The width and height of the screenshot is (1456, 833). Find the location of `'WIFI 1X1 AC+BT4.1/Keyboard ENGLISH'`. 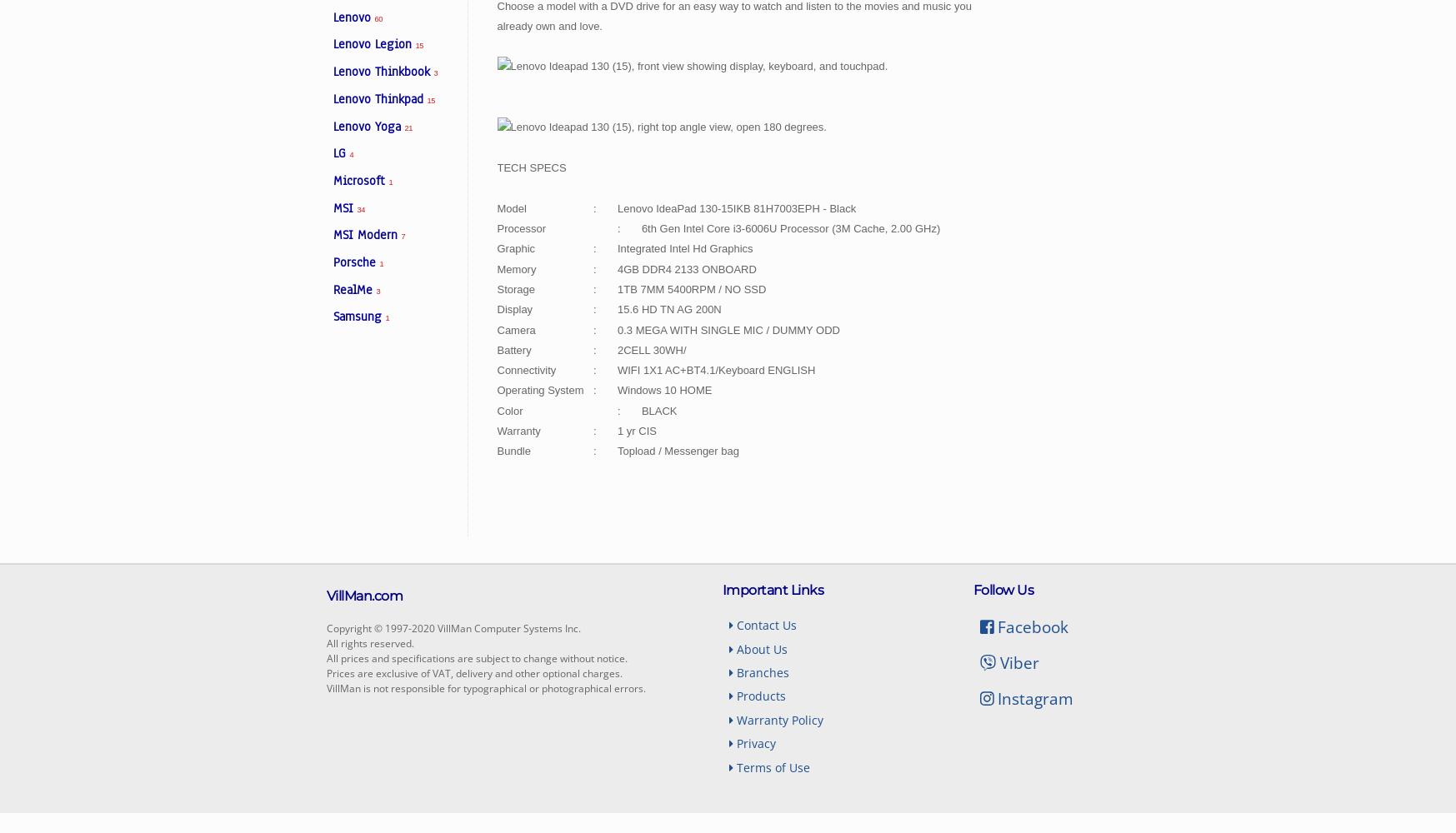

'WIFI 1X1 AC+BT4.1/Keyboard ENGLISH' is located at coordinates (714, 369).